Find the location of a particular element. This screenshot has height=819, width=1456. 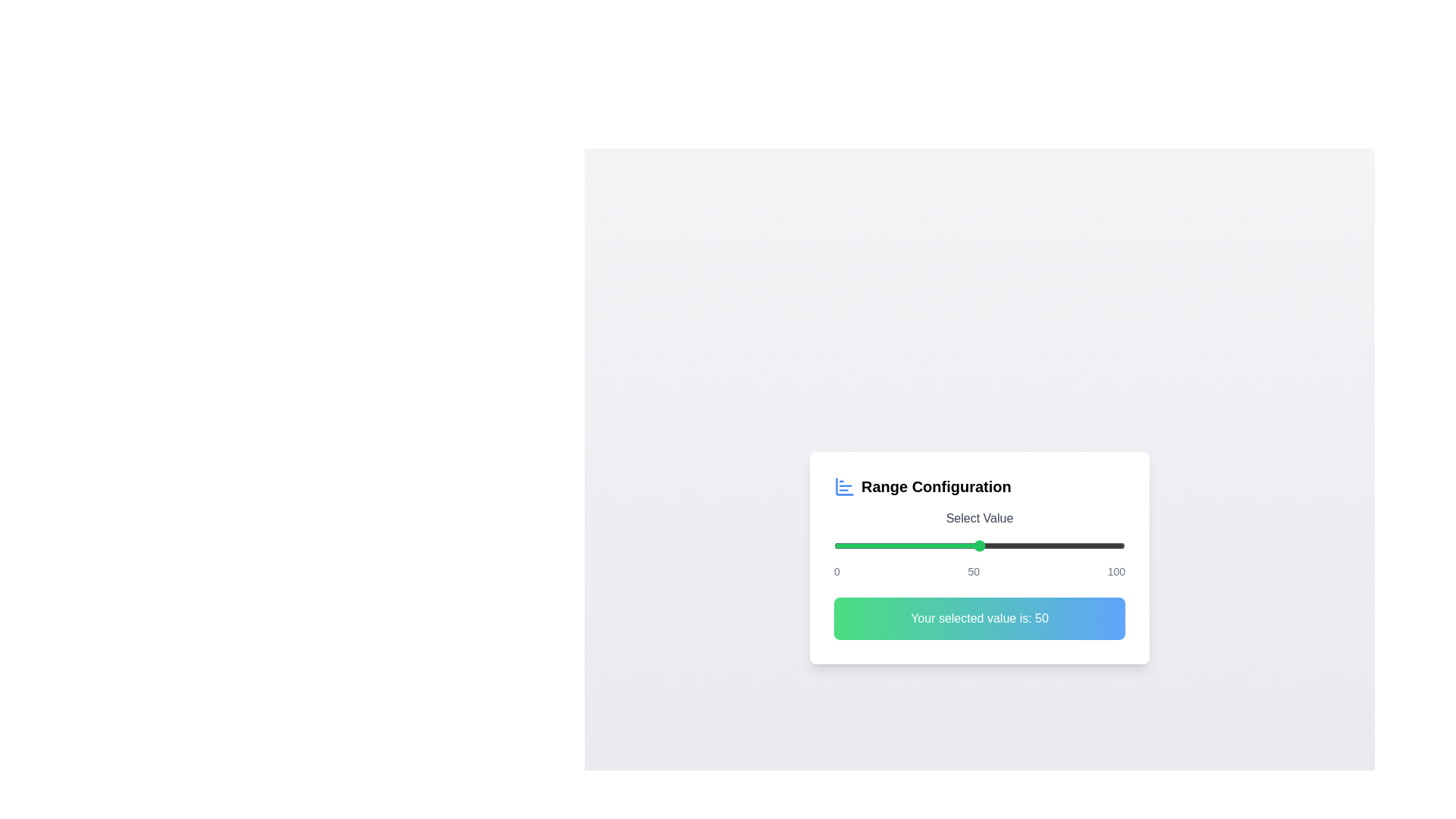

the slider to set the value to 68 is located at coordinates (1031, 546).